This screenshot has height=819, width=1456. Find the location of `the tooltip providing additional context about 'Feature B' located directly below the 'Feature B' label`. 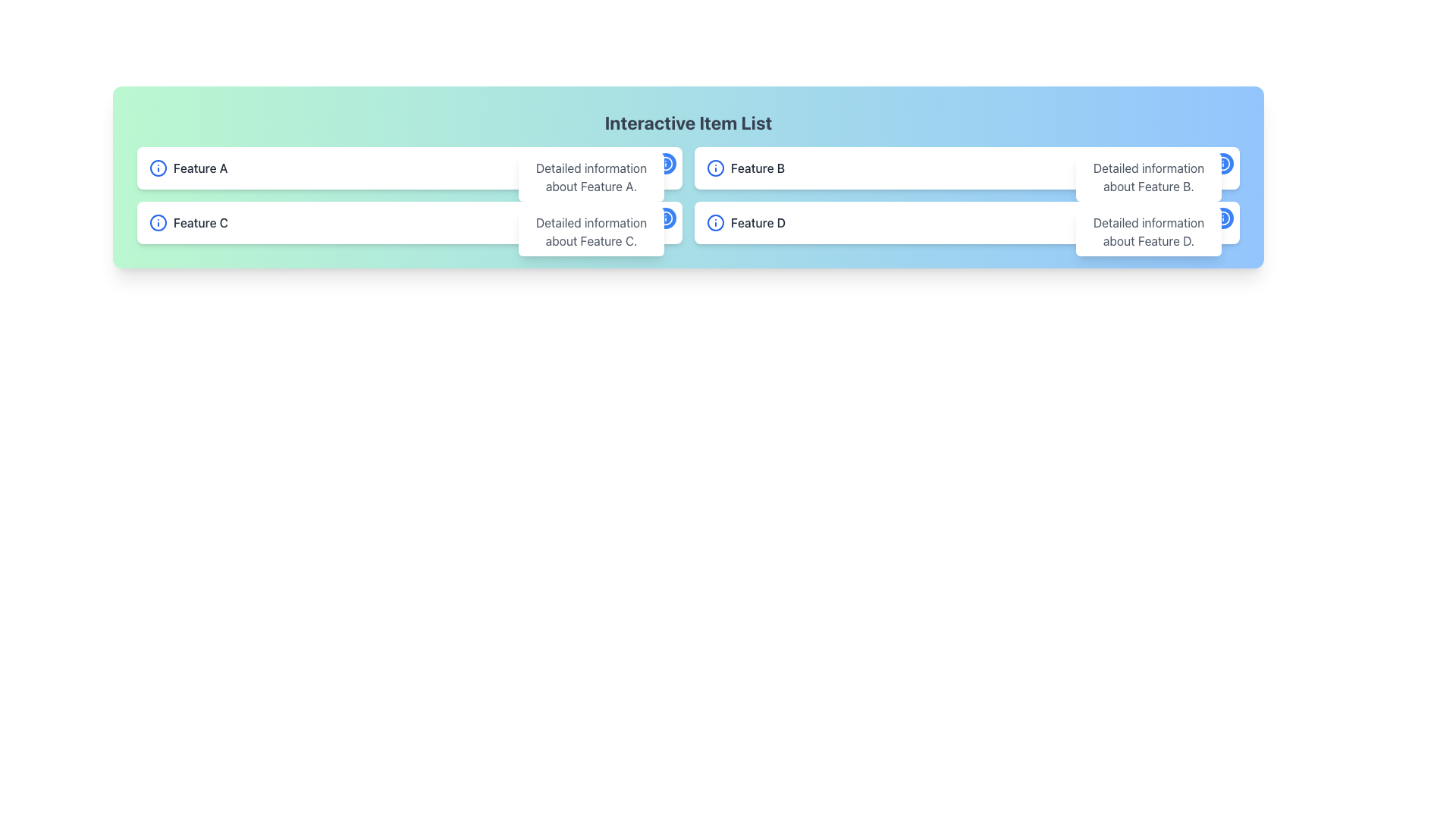

the tooltip providing additional context about 'Feature B' located directly below the 'Feature B' label is located at coordinates (1149, 177).